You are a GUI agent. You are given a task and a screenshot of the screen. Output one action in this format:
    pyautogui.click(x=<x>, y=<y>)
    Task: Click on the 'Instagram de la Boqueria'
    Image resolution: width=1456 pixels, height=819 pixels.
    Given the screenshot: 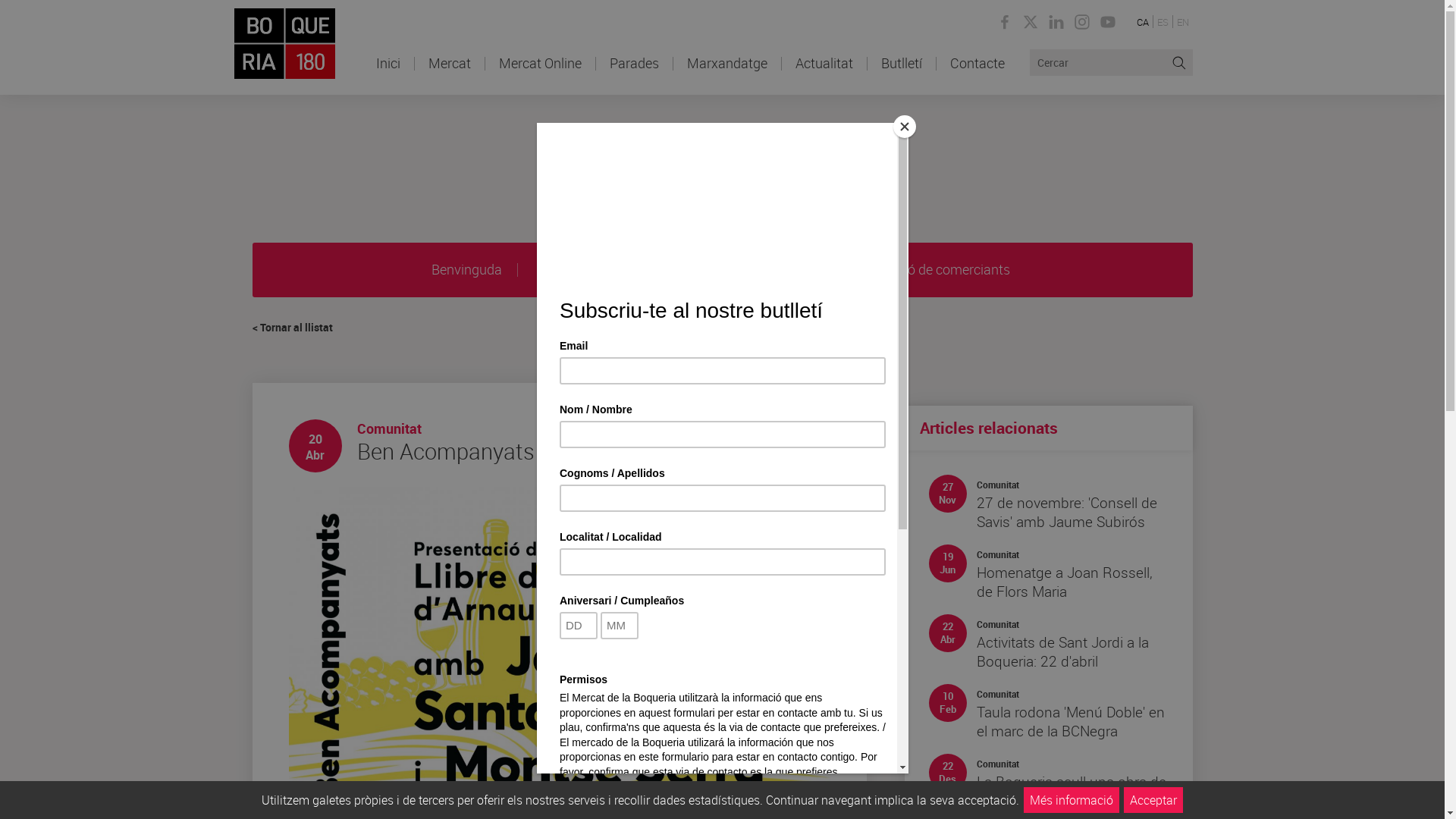 What is the action you would take?
    pyautogui.click(x=1081, y=24)
    